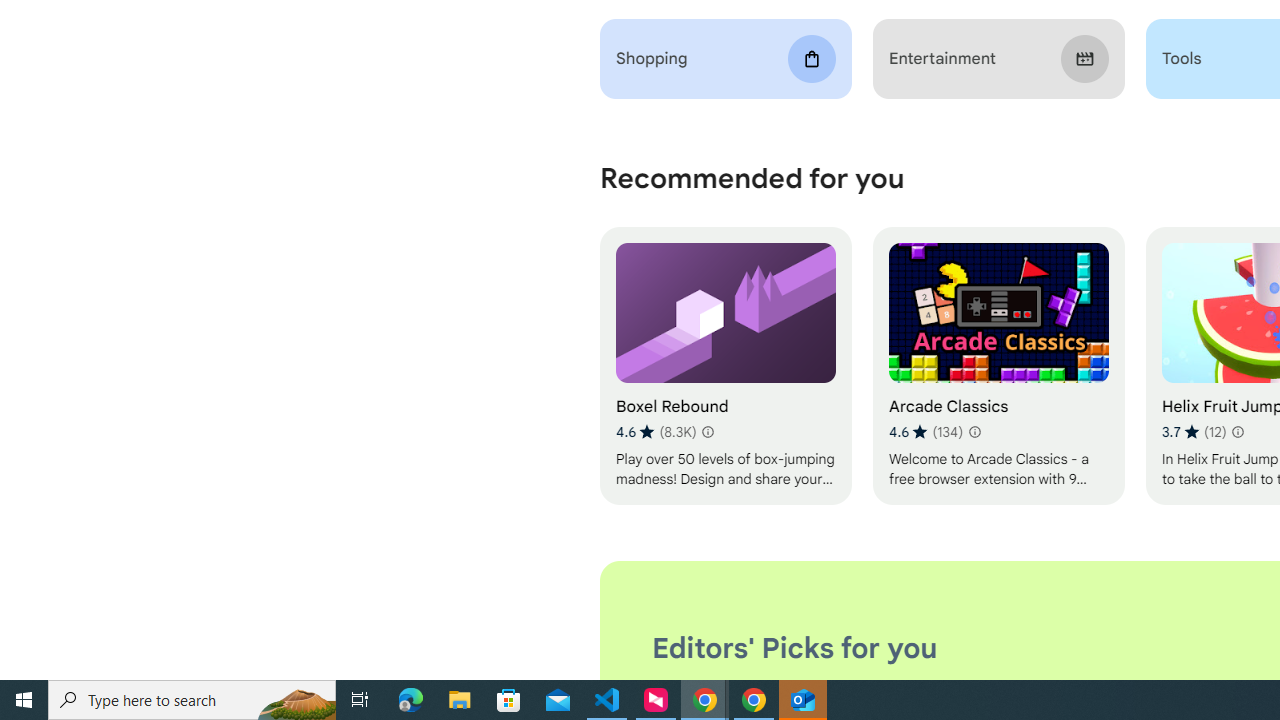 This screenshot has height=720, width=1280. What do you see at coordinates (1194, 431) in the screenshot?
I see `'Average rating 3.7 out of 5 stars. 12 ratings.'` at bounding box center [1194, 431].